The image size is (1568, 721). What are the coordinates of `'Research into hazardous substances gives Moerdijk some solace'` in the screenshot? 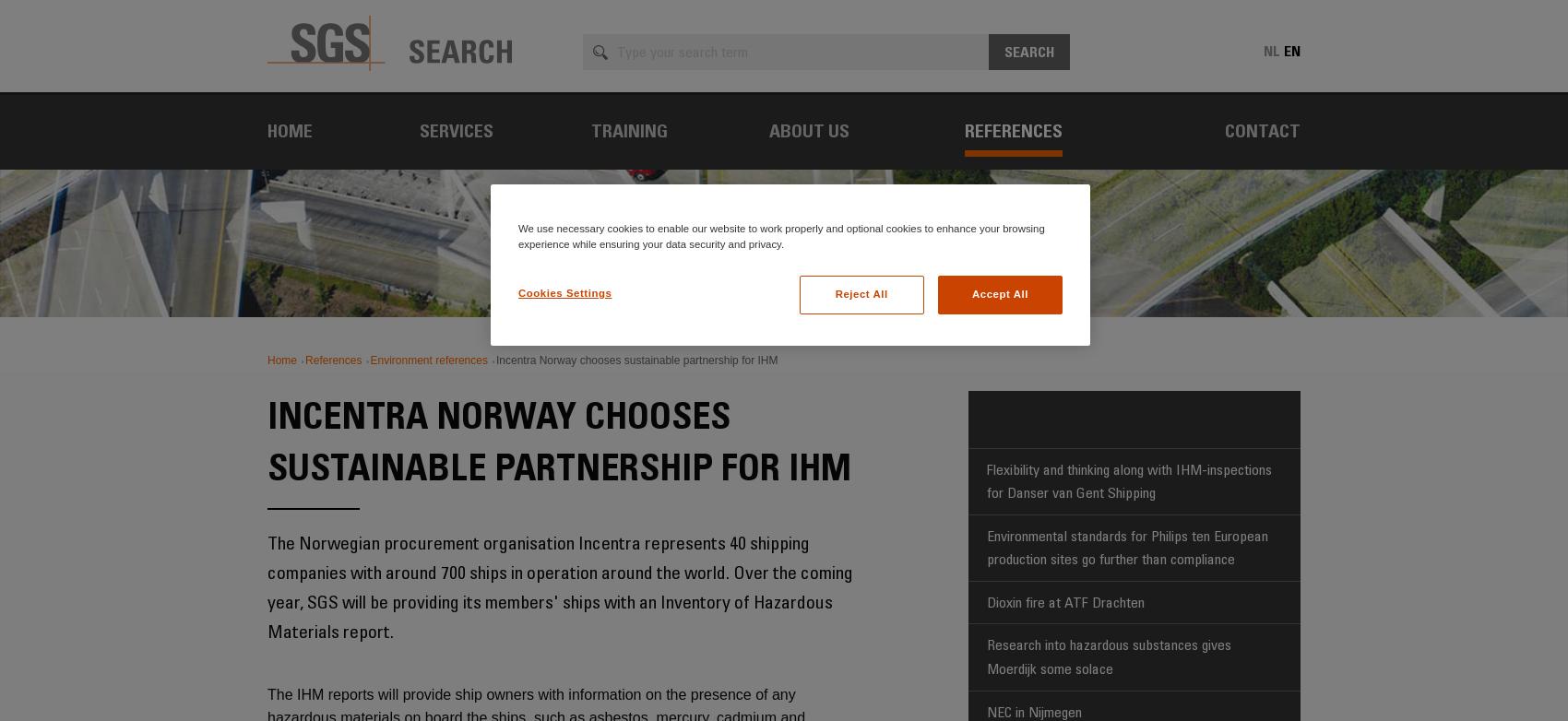 It's located at (1108, 656).